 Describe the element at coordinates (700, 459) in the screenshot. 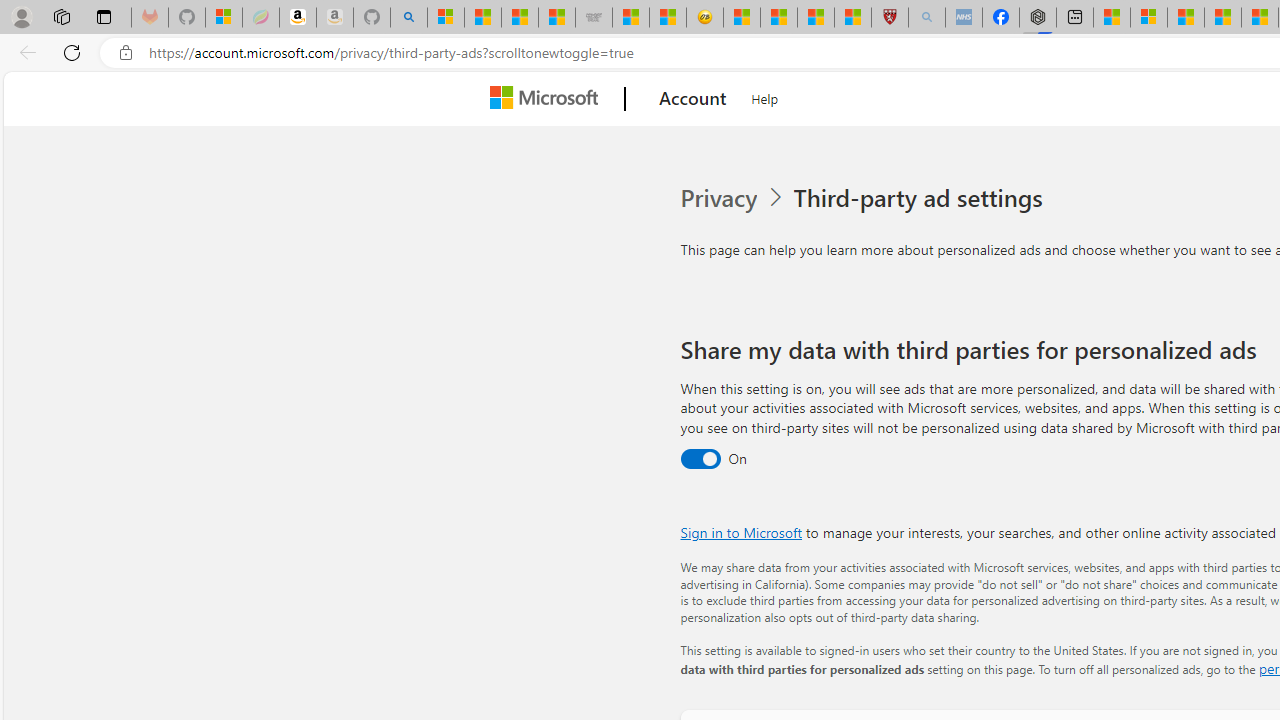

I see `'Third party data sharing toggle'` at that location.